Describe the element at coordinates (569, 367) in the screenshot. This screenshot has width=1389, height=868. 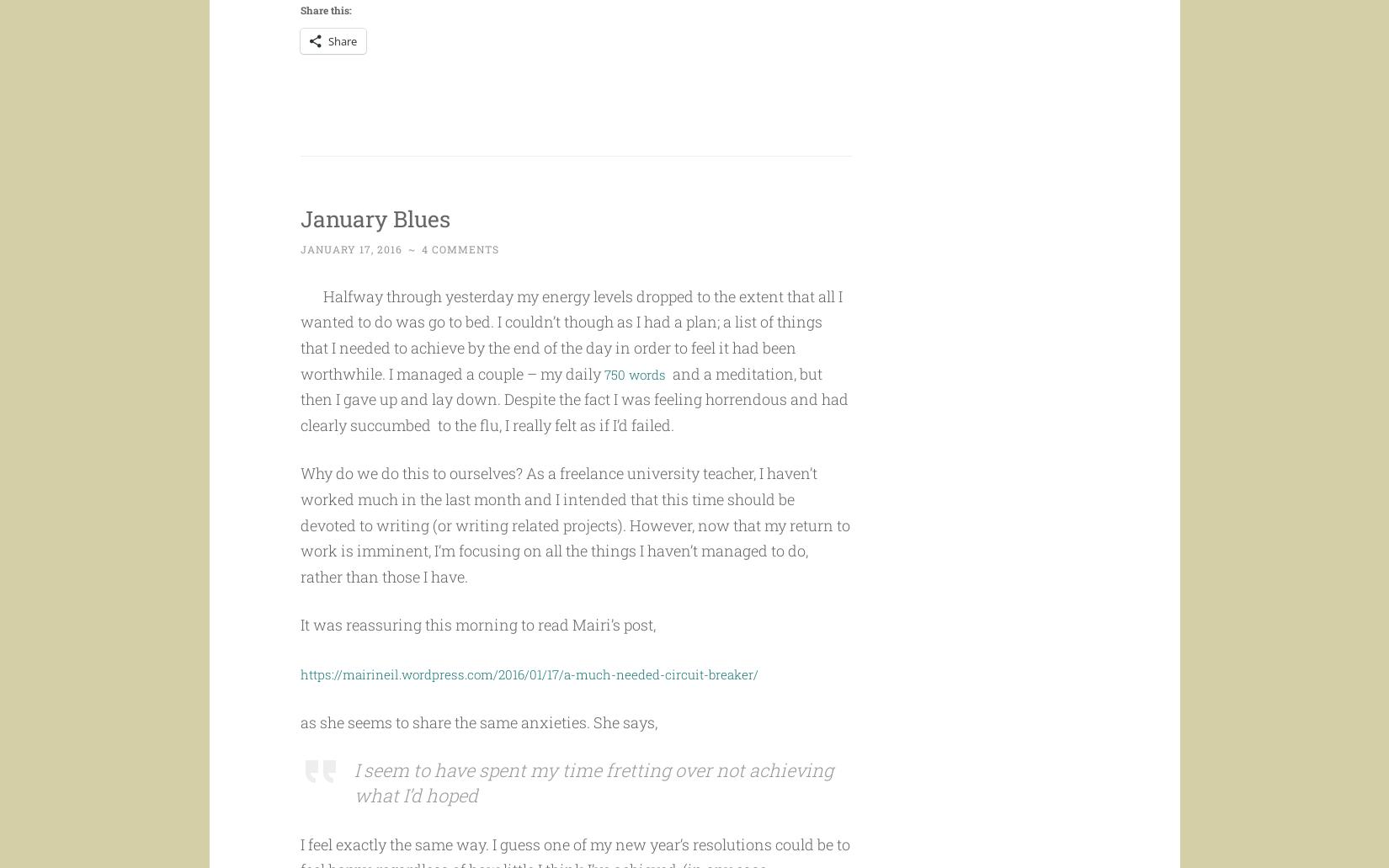
I see `'Halfway through yesterday my energy levels dropped to the extent that all I wanted to do was go to bed. I couldn’t though as I had a plan; a list of things that I needed to achieve by the end of the day in order to feel it had been worthwhile. I managed a couple – my daily'` at that location.